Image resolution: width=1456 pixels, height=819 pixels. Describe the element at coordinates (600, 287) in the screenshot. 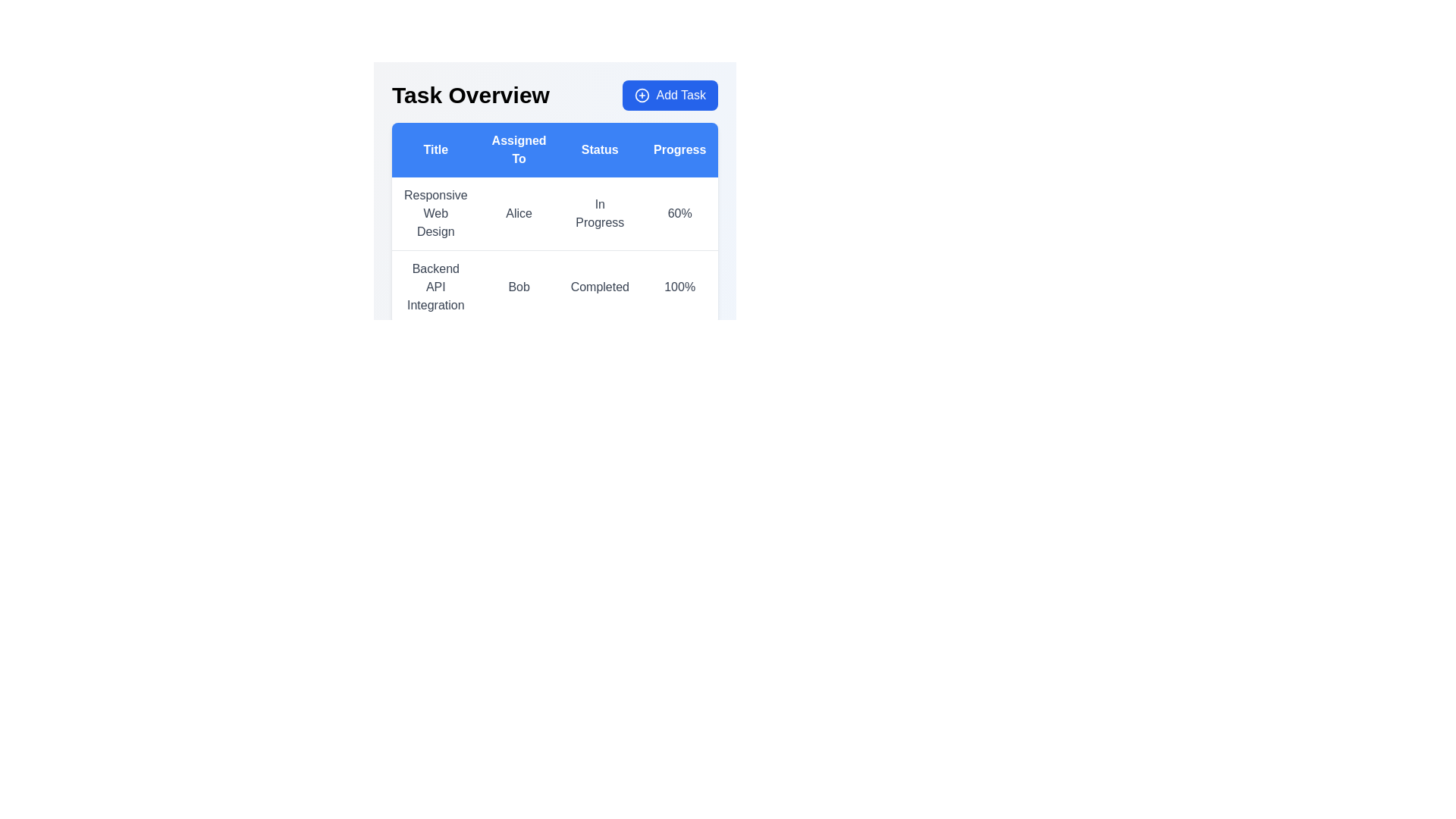

I see `the second row of the table displaying task details, which includes 'Backend API Integration', 'Bob', 'Completed', and '100%'` at that location.